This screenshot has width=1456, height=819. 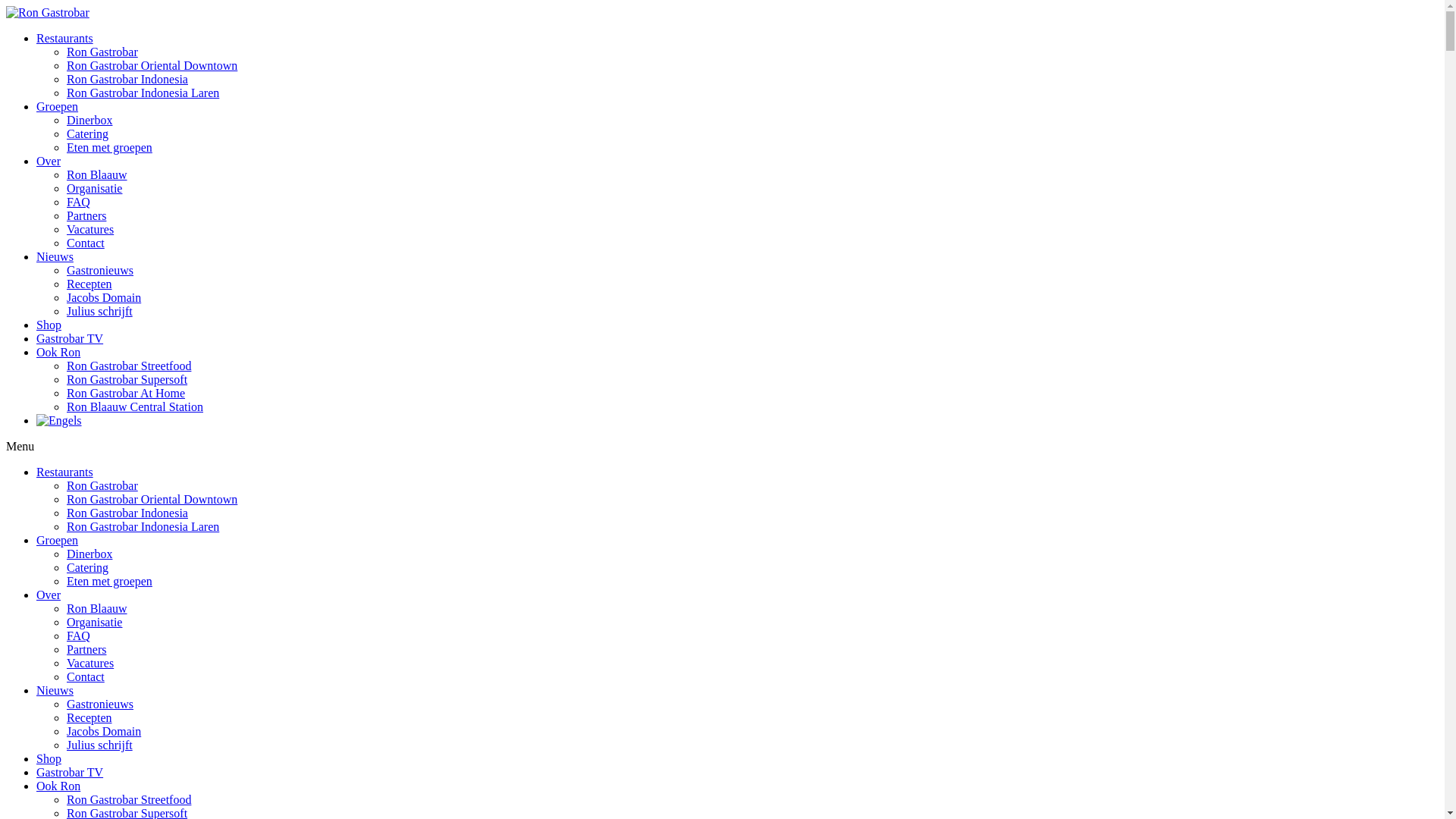 What do you see at coordinates (55, 690) in the screenshot?
I see `'Nieuws'` at bounding box center [55, 690].